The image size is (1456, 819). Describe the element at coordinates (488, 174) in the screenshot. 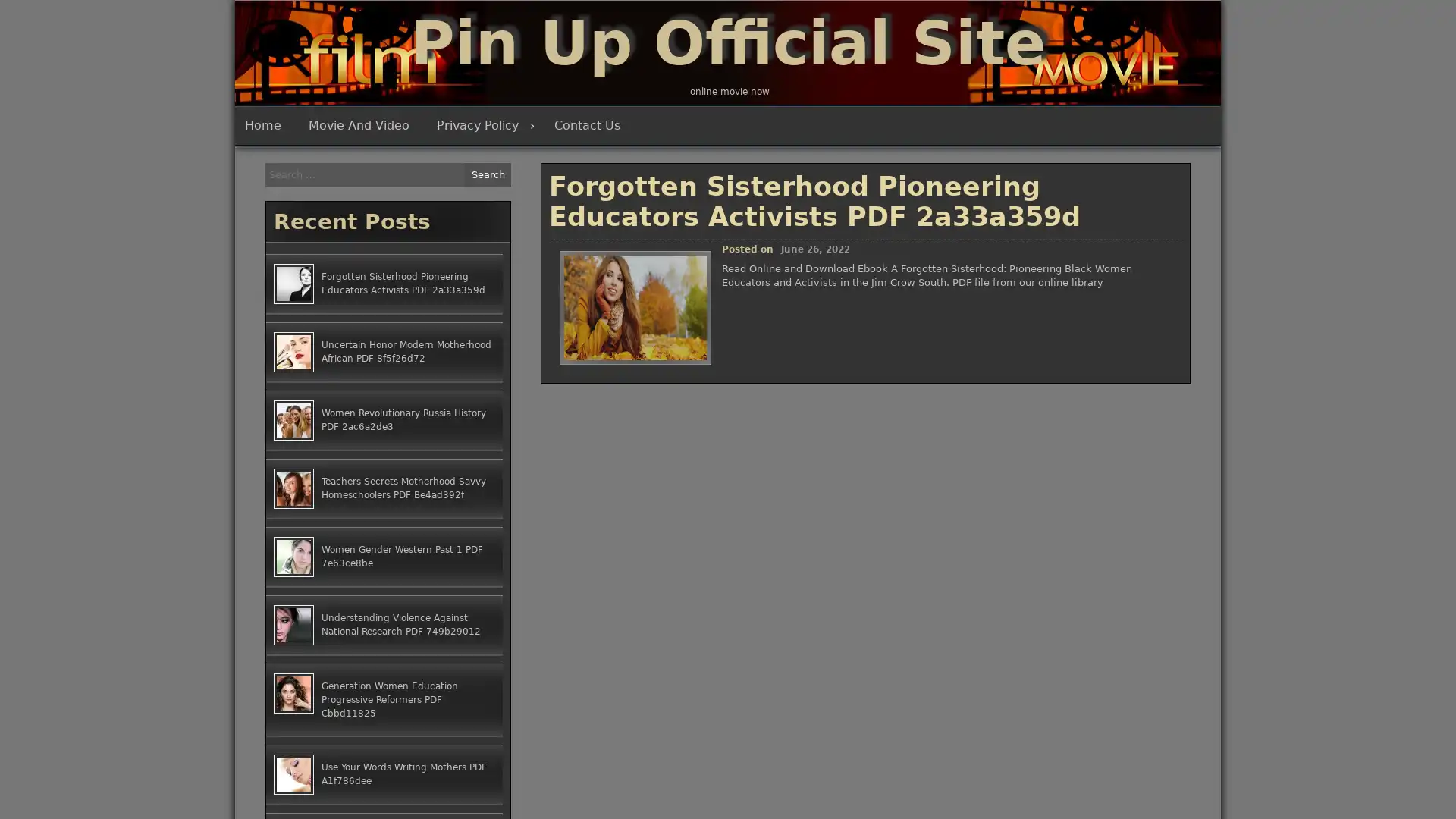

I see `Search` at that location.